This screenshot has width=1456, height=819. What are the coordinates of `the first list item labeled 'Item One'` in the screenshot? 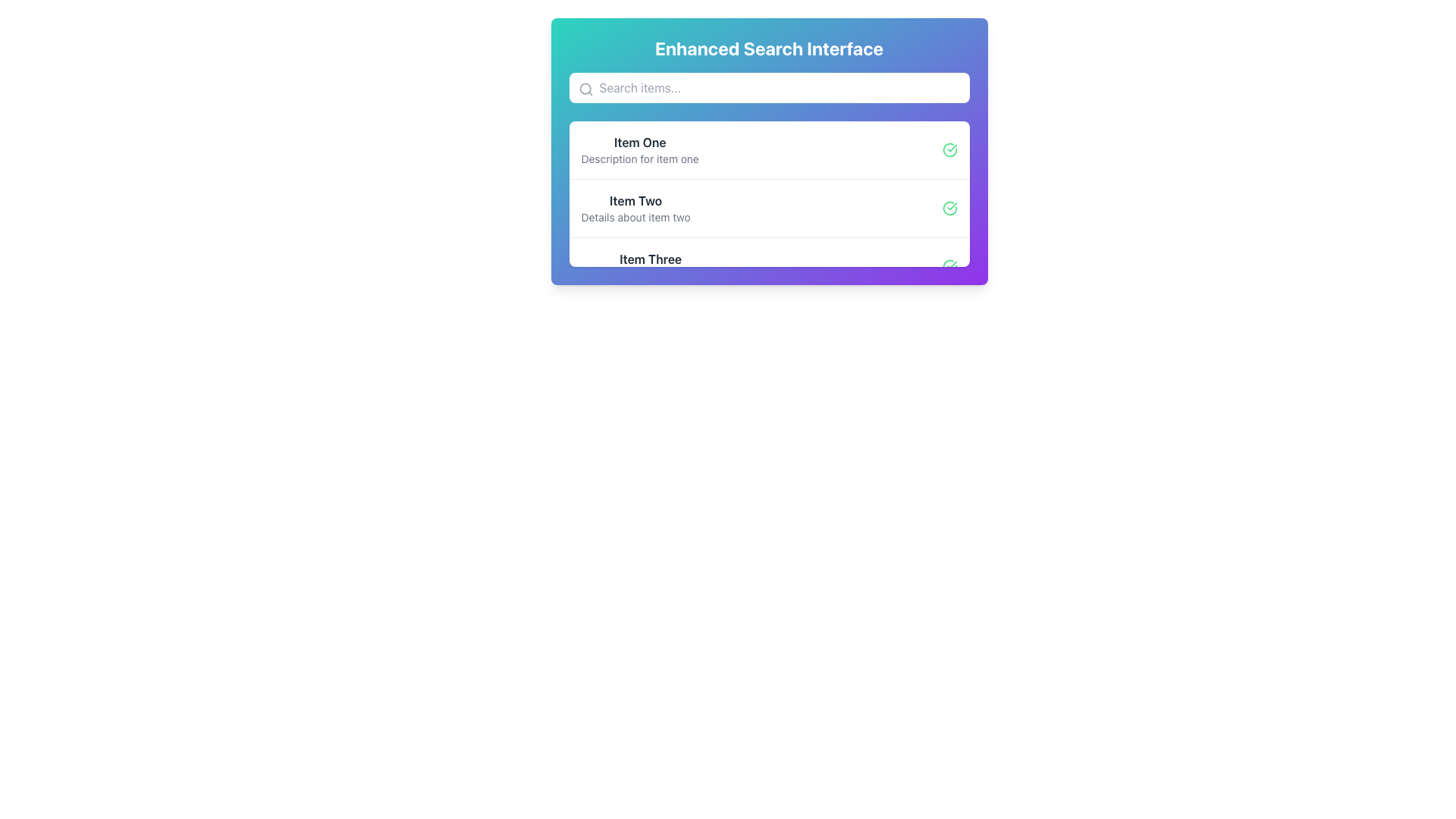 It's located at (769, 149).